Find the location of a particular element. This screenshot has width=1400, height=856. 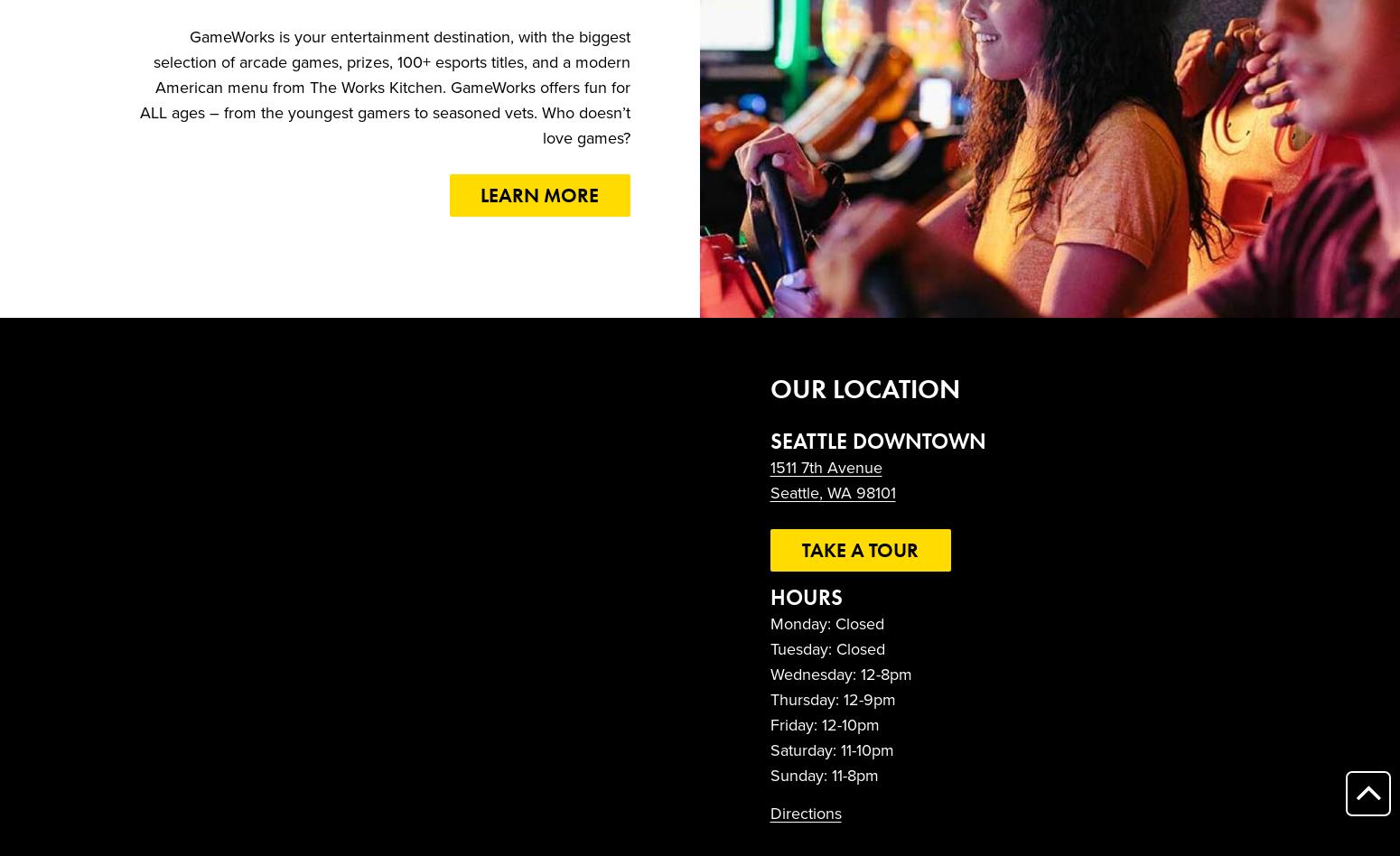

'Seattle, WA 98101' is located at coordinates (832, 492).